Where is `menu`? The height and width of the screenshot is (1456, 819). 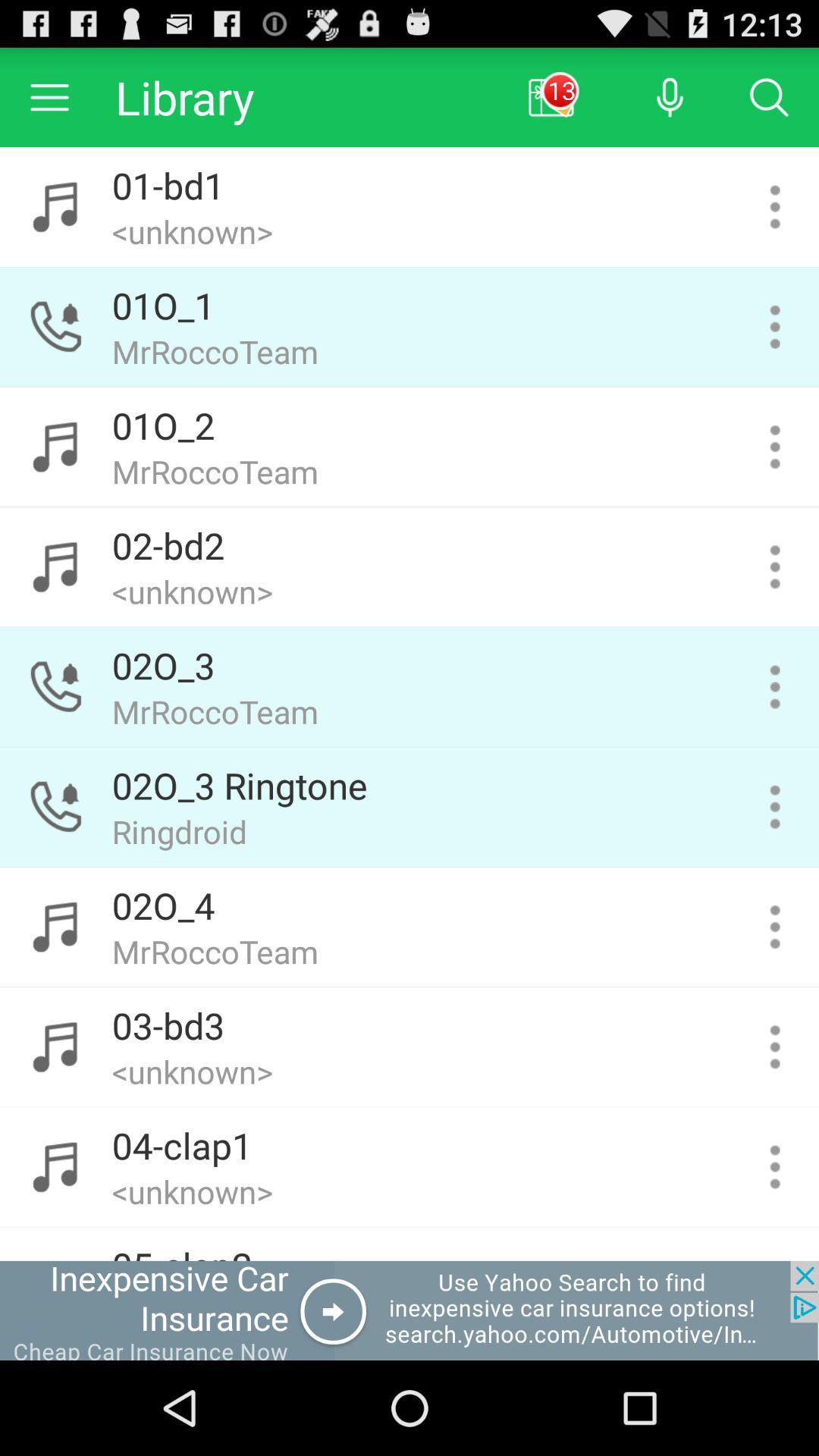
menu is located at coordinates (775, 806).